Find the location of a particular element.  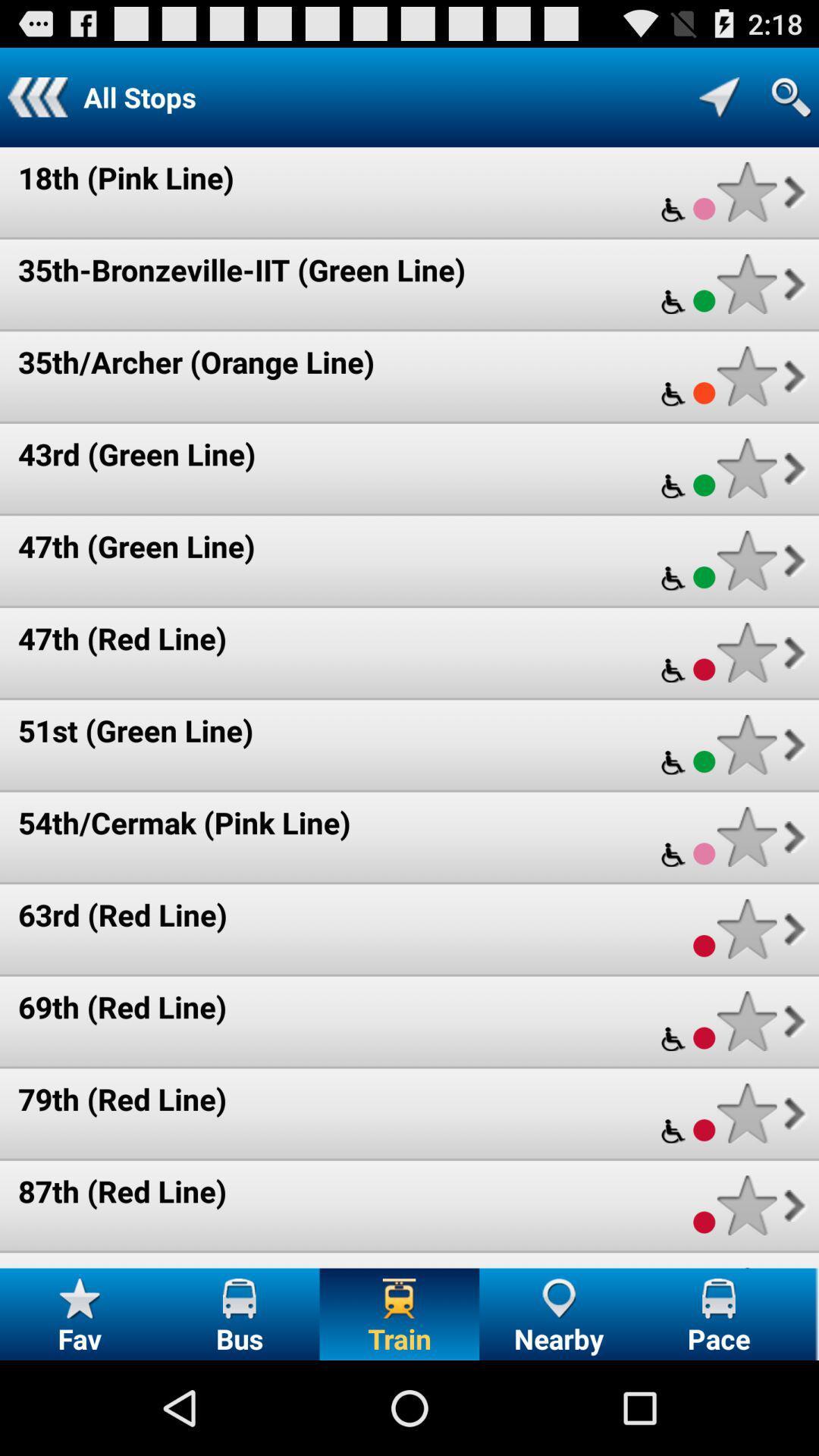

to favorities is located at coordinates (746, 1021).